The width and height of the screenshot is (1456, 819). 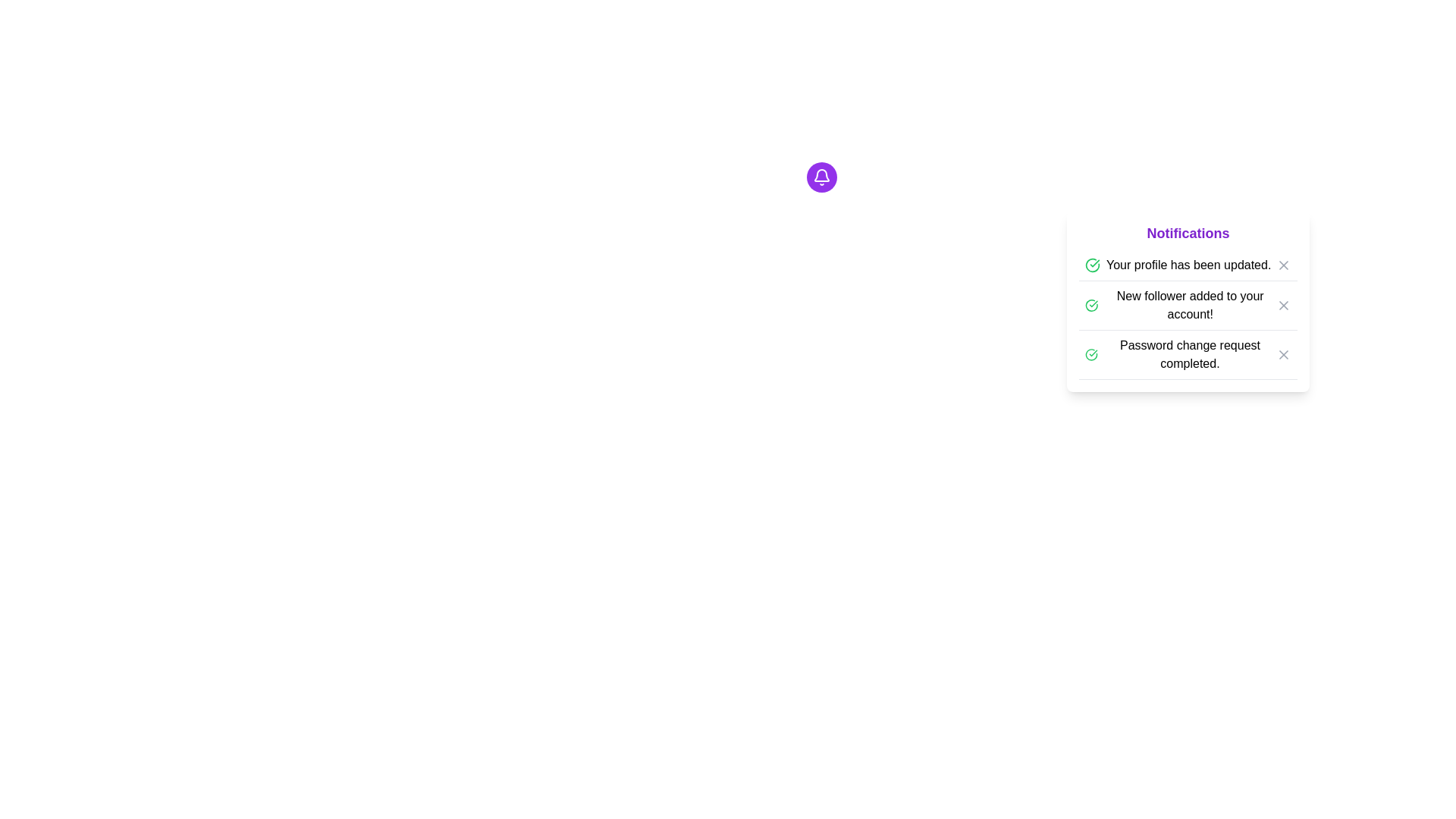 What do you see at coordinates (1187, 306) in the screenshot?
I see `the Notification card that displays the message 'New follower added to your account!' located in the notifications panel` at bounding box center [1187, 306].